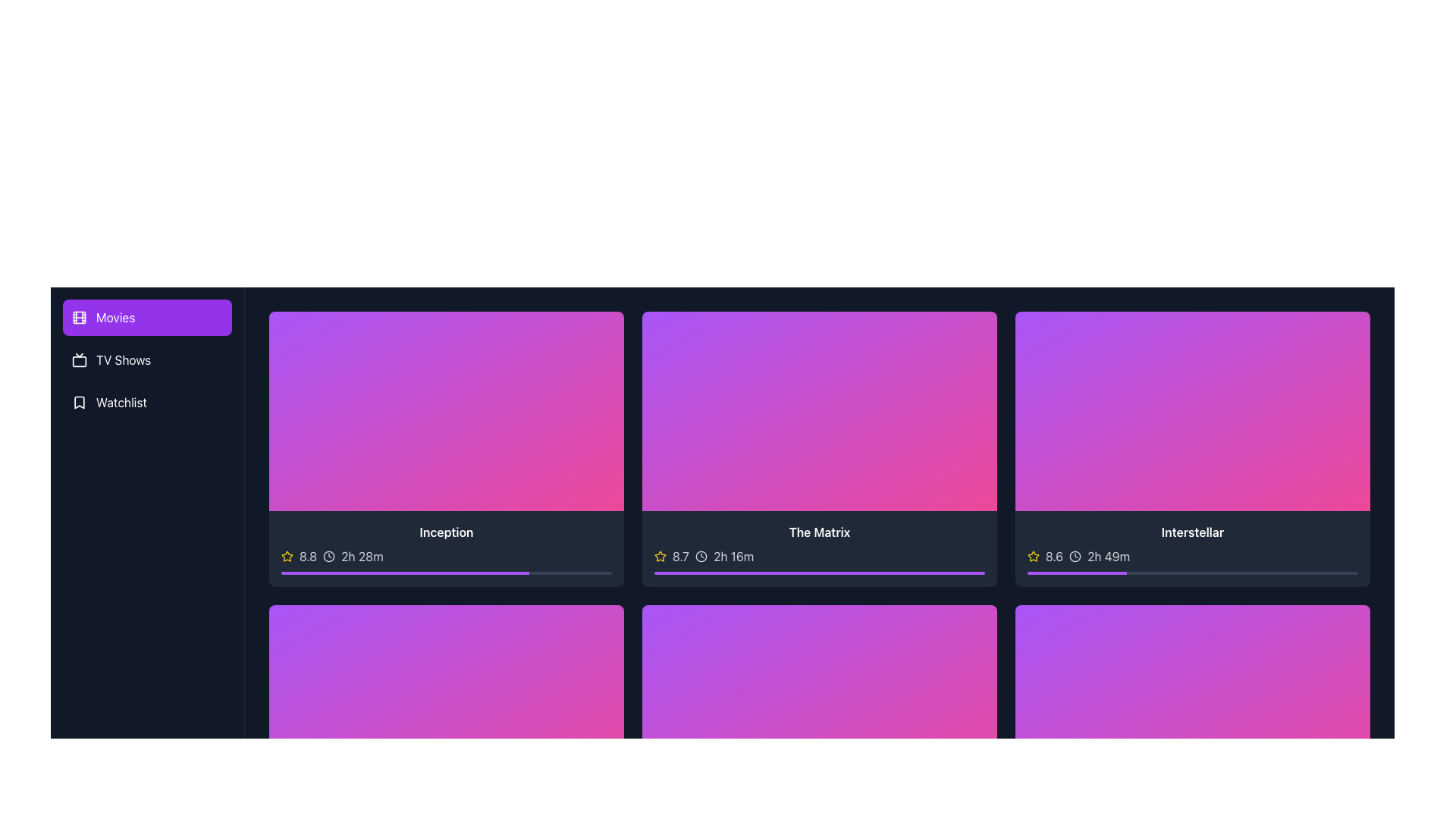  I want to click on the text label displaying '2h 28m' in light gray color, which is part of the movie metadata row under the thumbnail for 'Inception', so click(361, 557).